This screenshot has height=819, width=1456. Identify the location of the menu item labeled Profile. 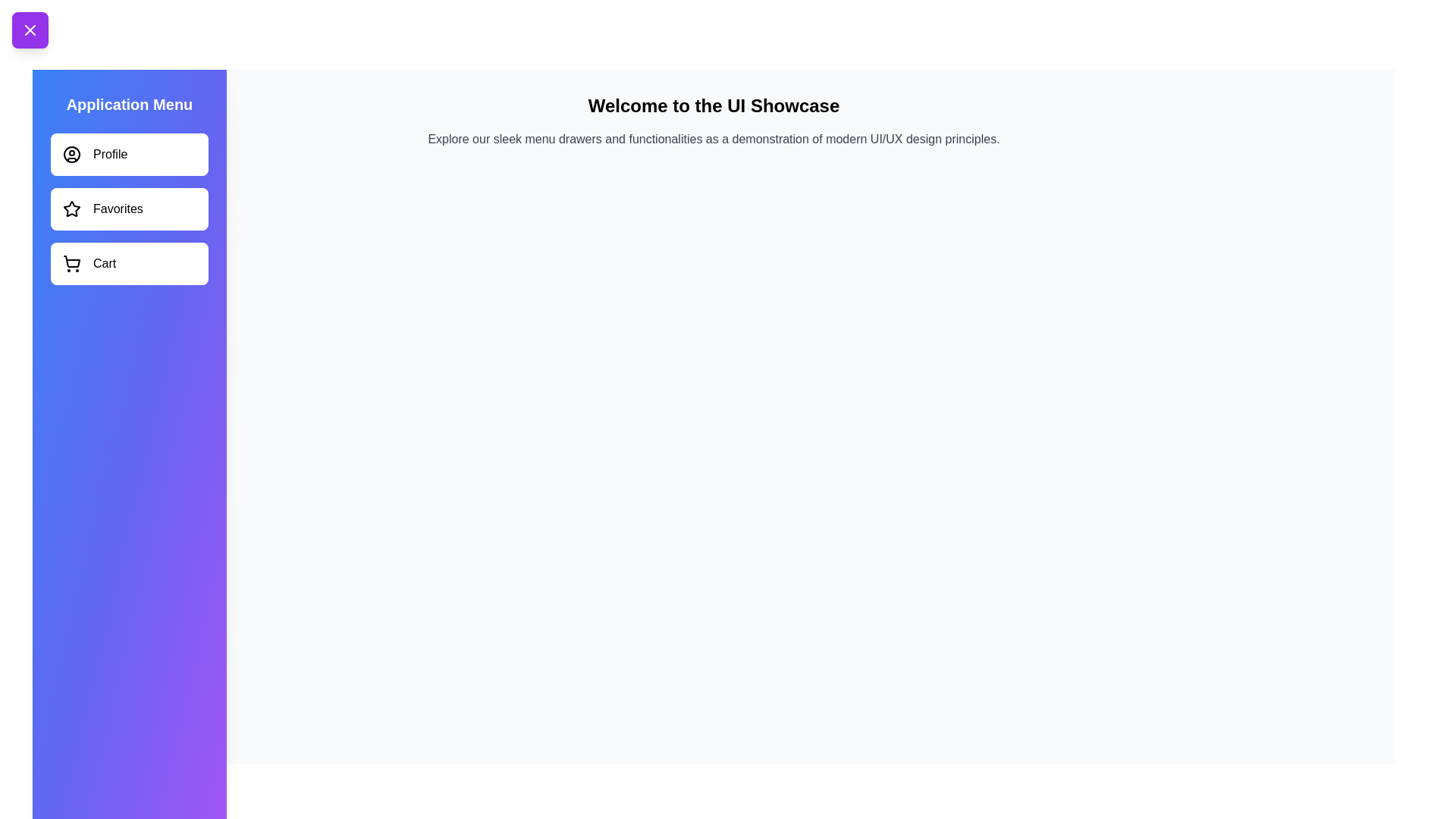
(130, 155).